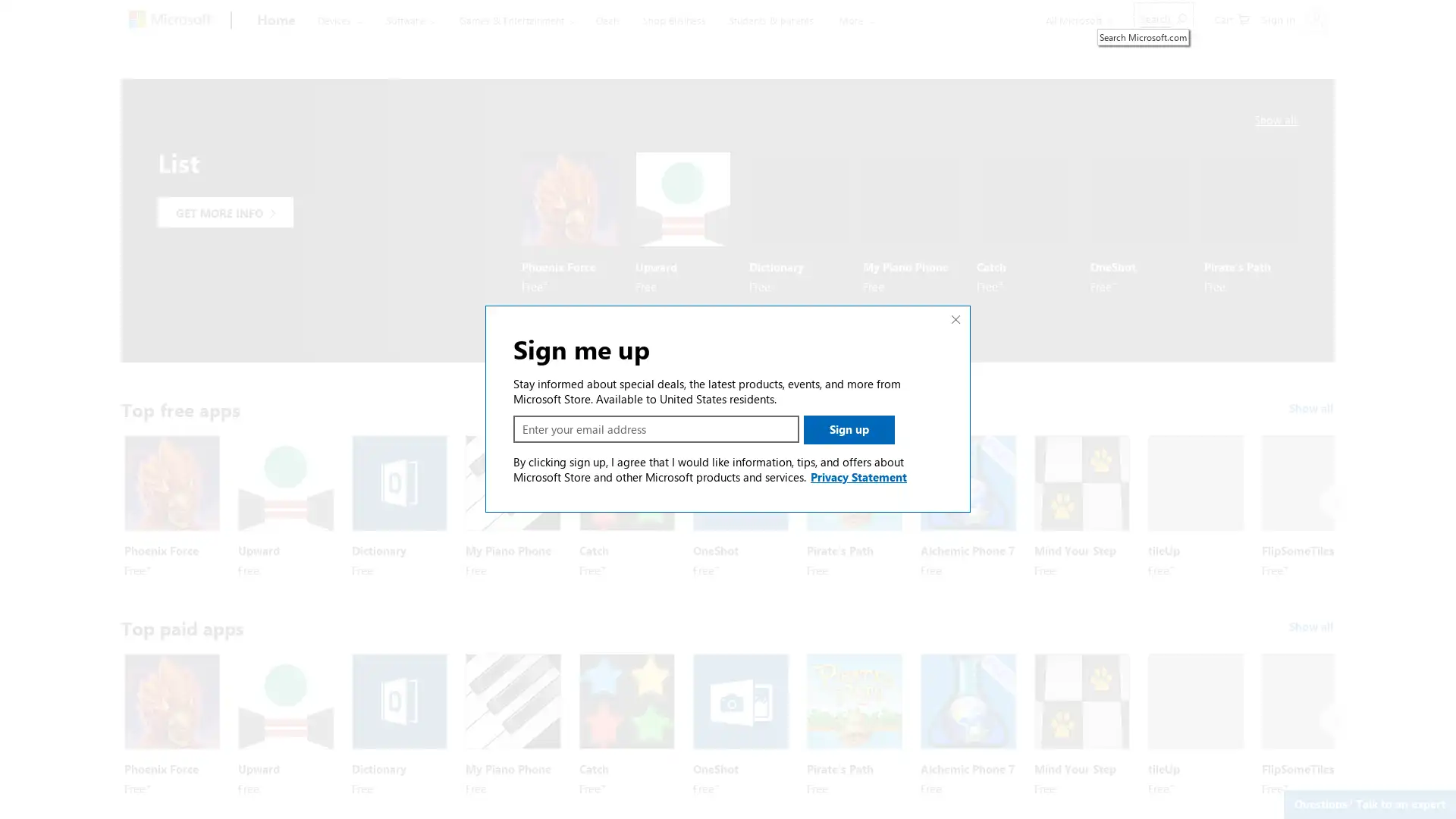 The height and width of the screenshot is (819, 1456). What do you see at coordinates (955, 318) in the screenshot?
I see `Close` at bounding box center [955, 318].